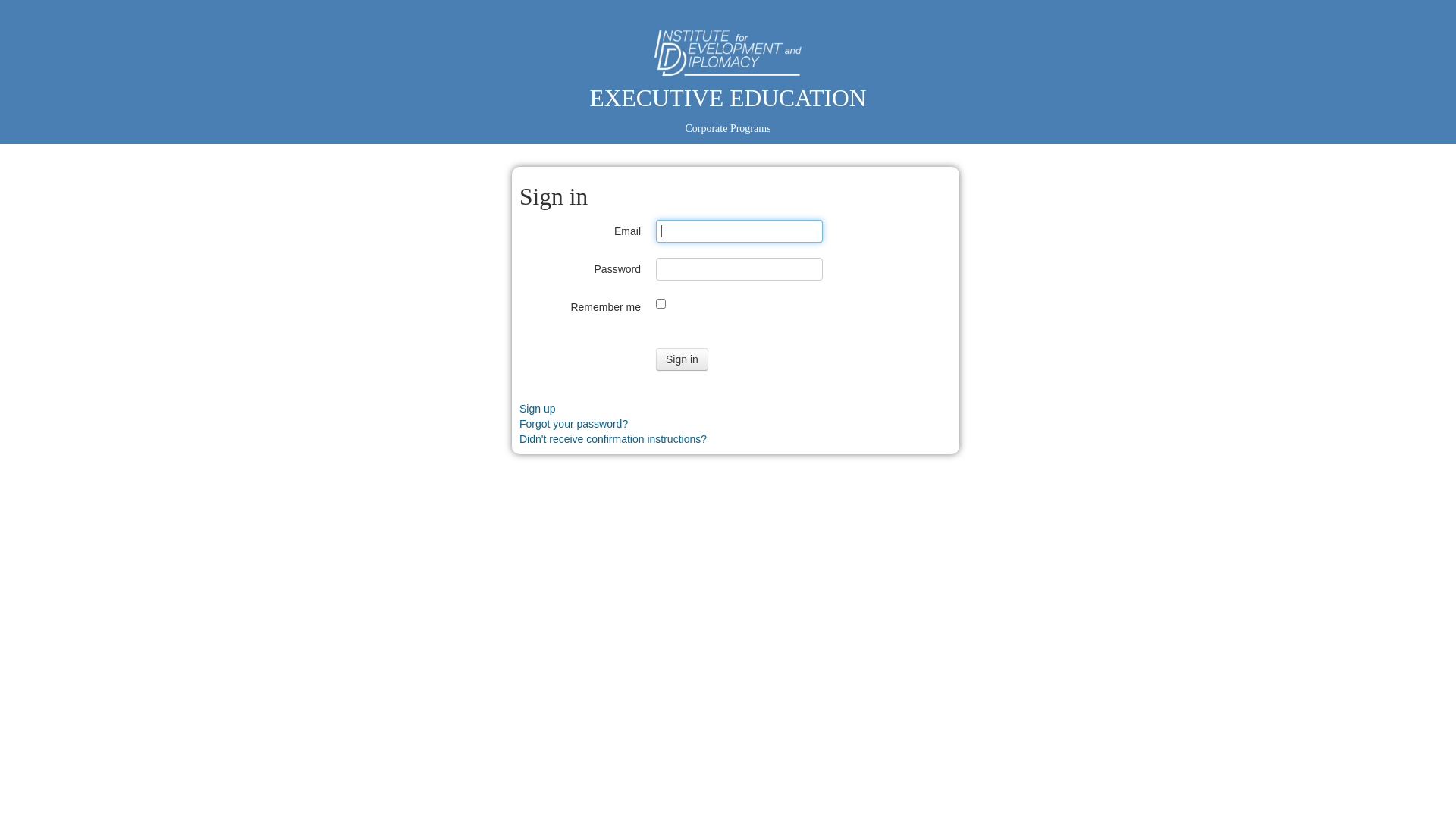 The image size is (1456, 819). I want to click on 'Didn't receive confirmation instructions?', so click(613, 438).